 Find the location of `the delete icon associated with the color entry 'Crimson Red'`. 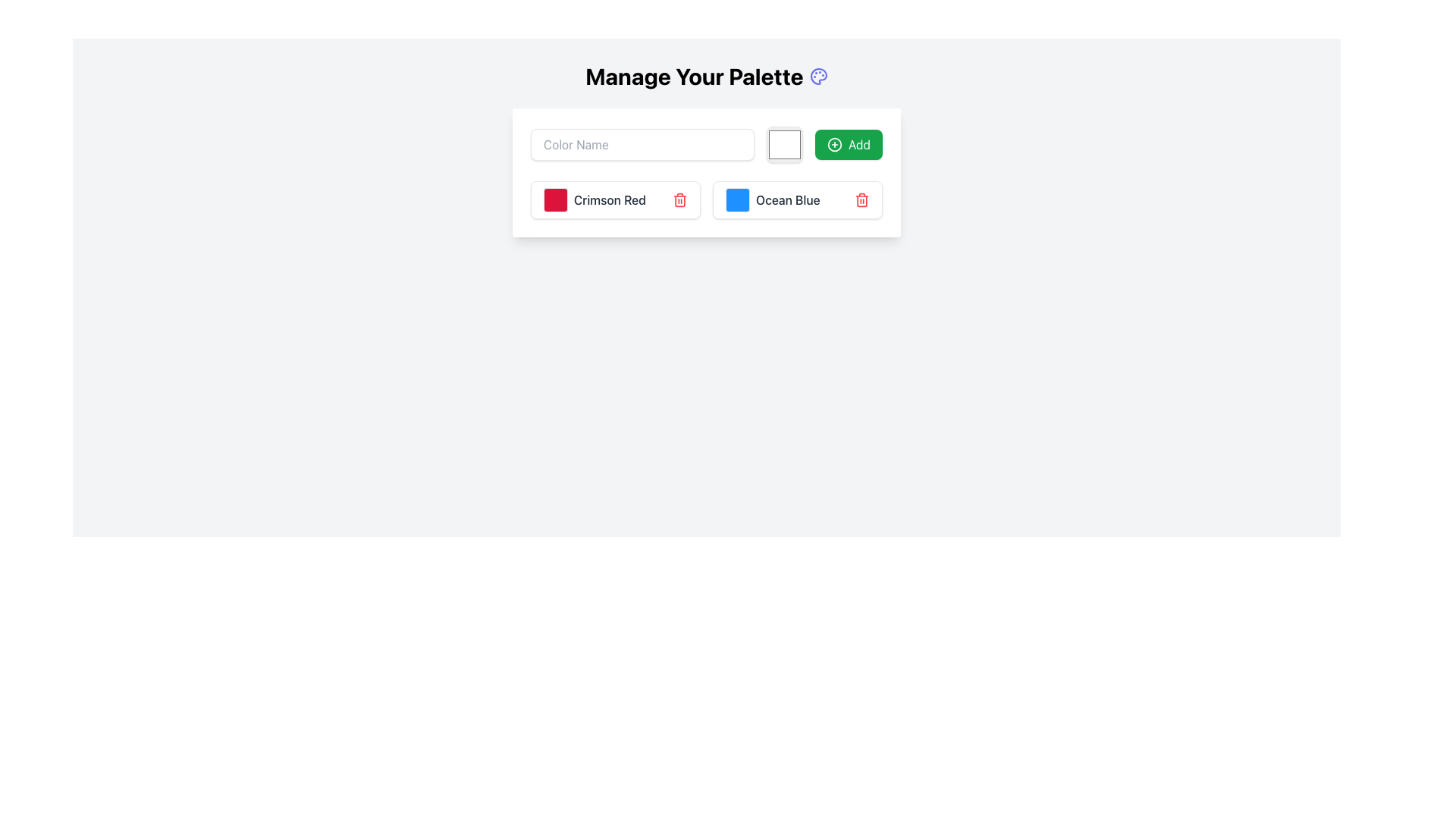

the delete icon associated with the color entry 'Crimson Red' is located at coordinates (679, 200).